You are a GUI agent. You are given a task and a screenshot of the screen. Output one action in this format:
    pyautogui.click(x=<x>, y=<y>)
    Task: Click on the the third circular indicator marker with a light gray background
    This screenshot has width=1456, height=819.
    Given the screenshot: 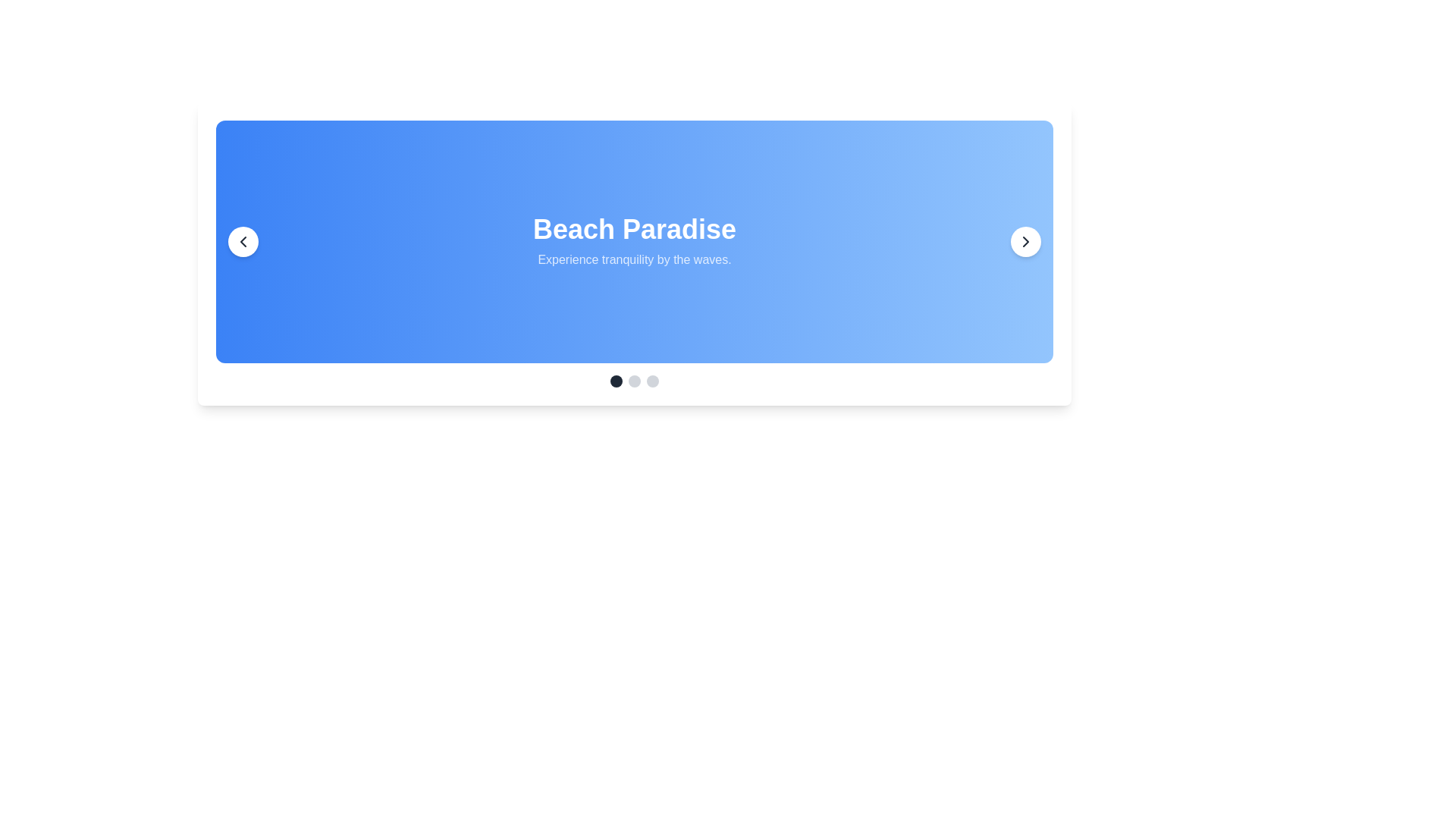 What is the action you would take?
    pyautogui.click(x=652, y=380)
    